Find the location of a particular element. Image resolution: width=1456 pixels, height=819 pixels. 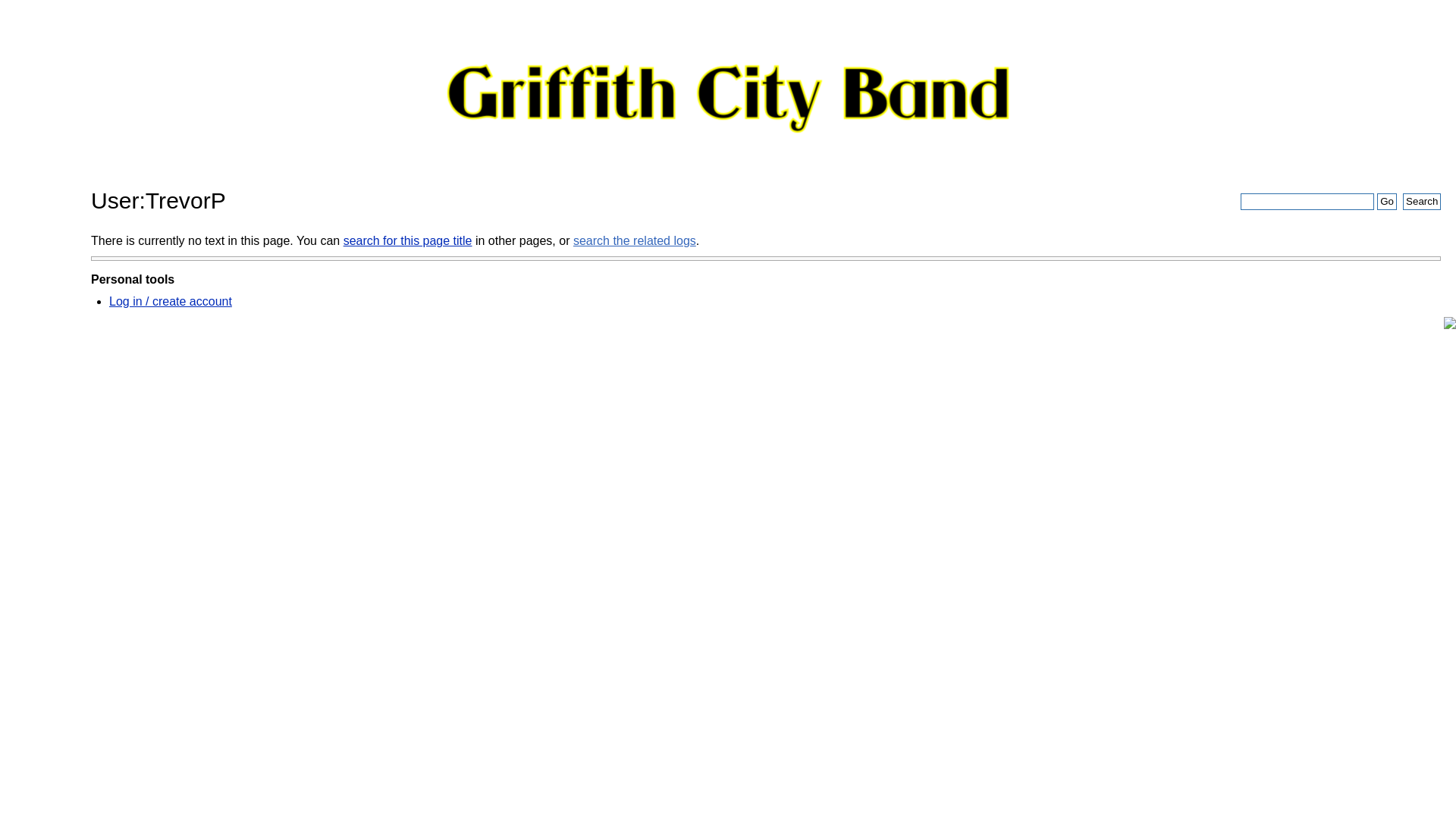

'Search the pages for this text' is located at coordinates (1401, 201).